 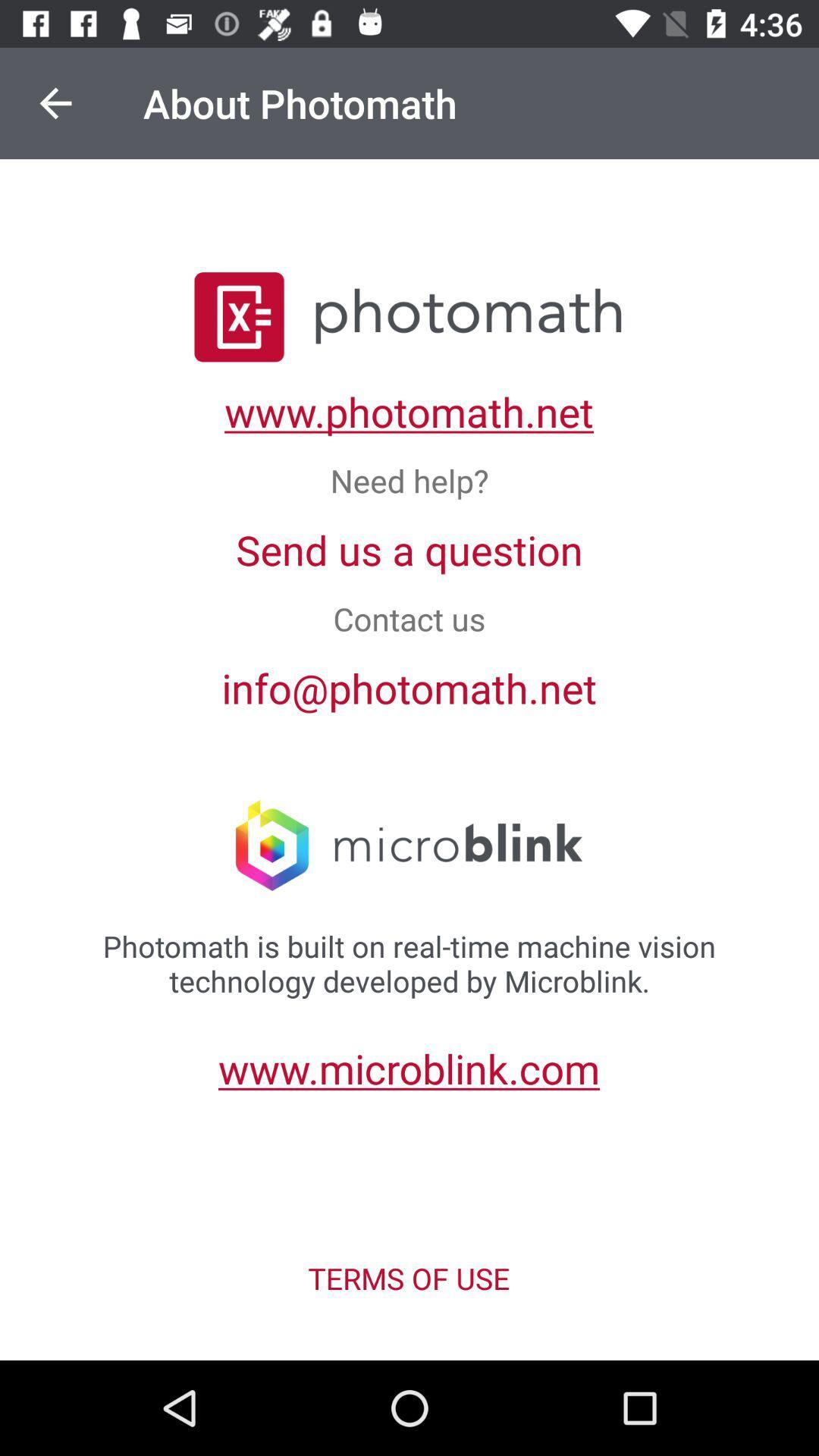 I want to click on icon above the photomath is built icon, so click(x=55, y=102).